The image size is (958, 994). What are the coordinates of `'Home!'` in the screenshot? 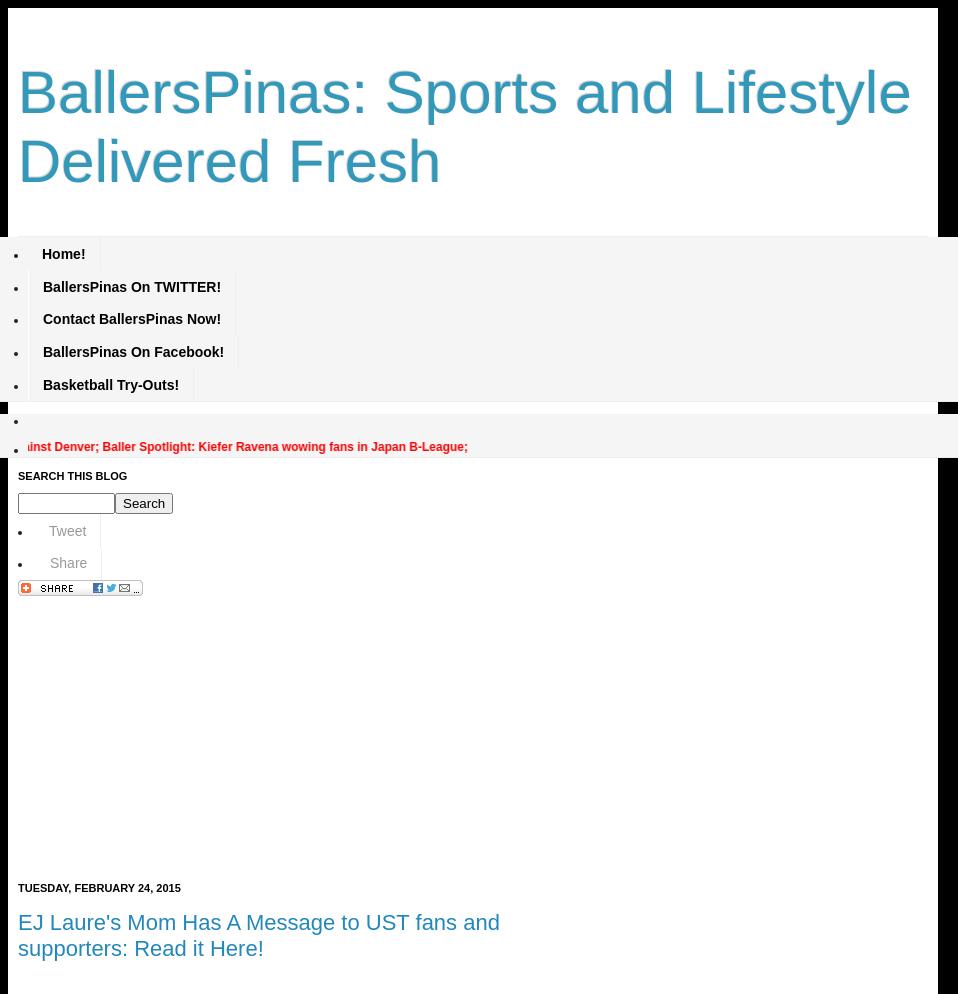 It's located at (62, 251).